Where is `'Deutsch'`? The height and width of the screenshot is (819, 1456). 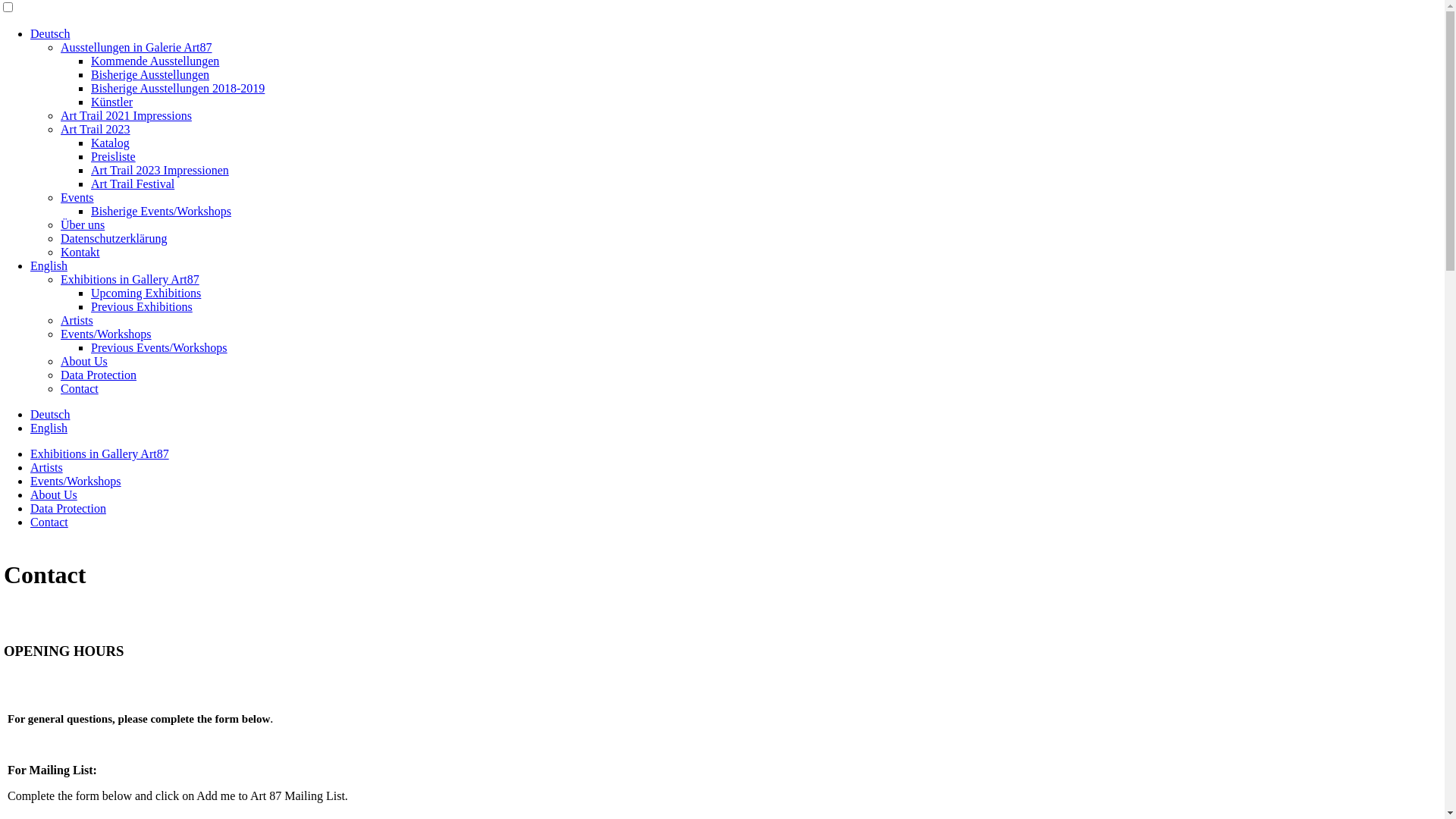 'Deutsch' is located at coordinates (50, 33).